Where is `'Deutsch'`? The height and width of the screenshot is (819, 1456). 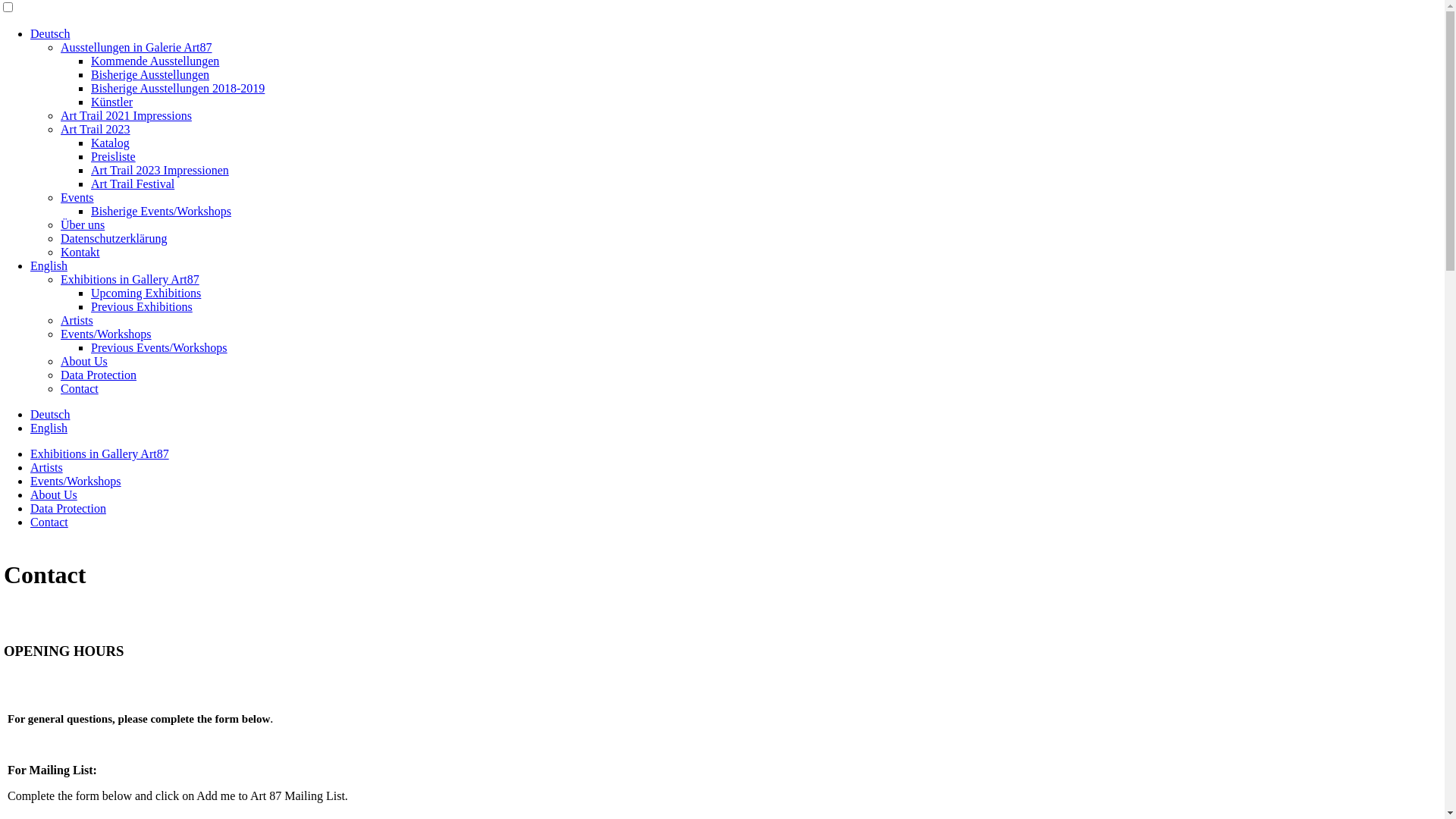 'Deutsch' is located at coordinates (50, 33).